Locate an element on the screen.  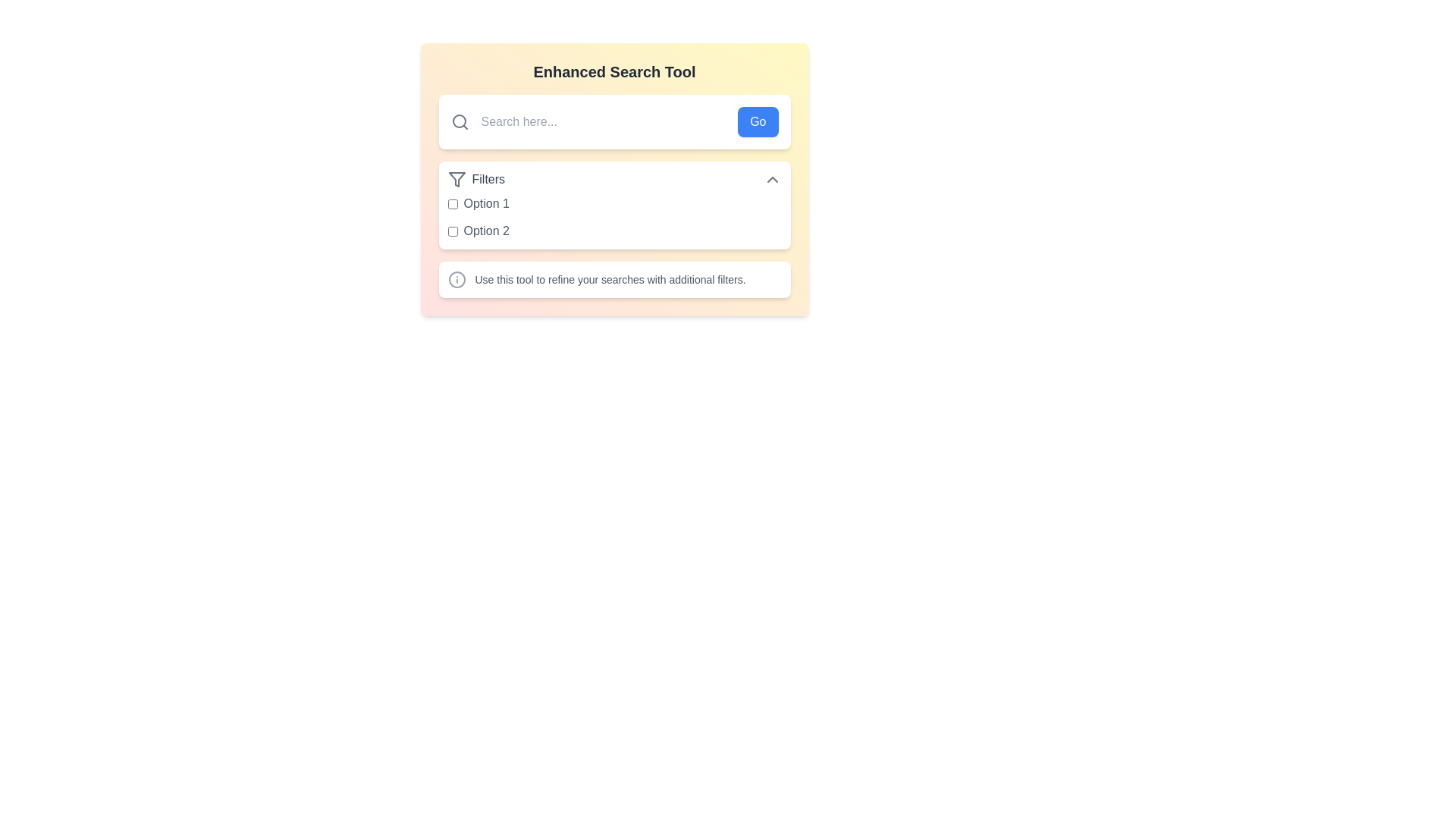
the submit button located at the rightmost end of the group of elements, which includes a text input field and an icon is located at coordinates (758, 121).